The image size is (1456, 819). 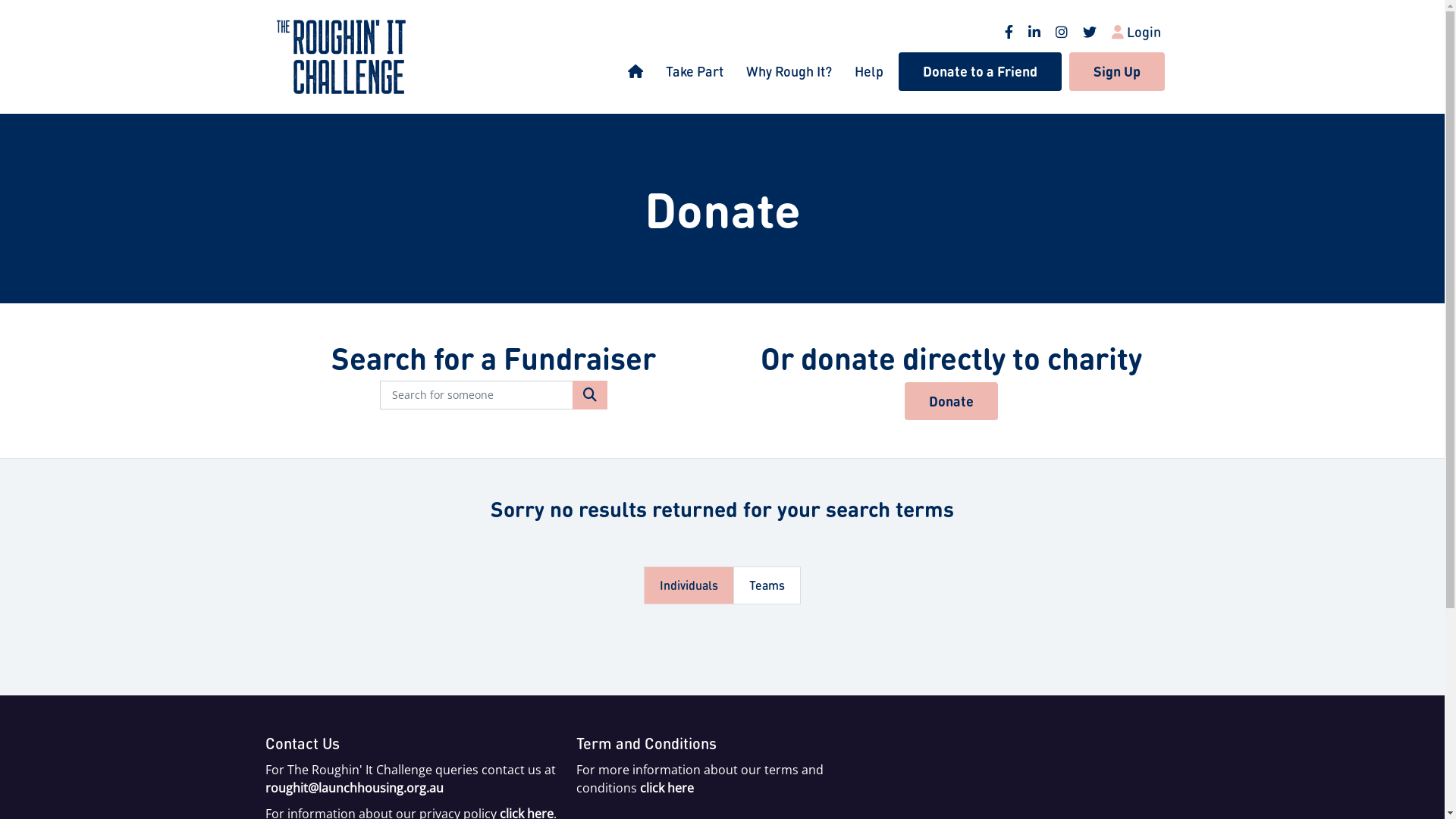 I want to click on 'Take Part', so click(x=693, y=71).